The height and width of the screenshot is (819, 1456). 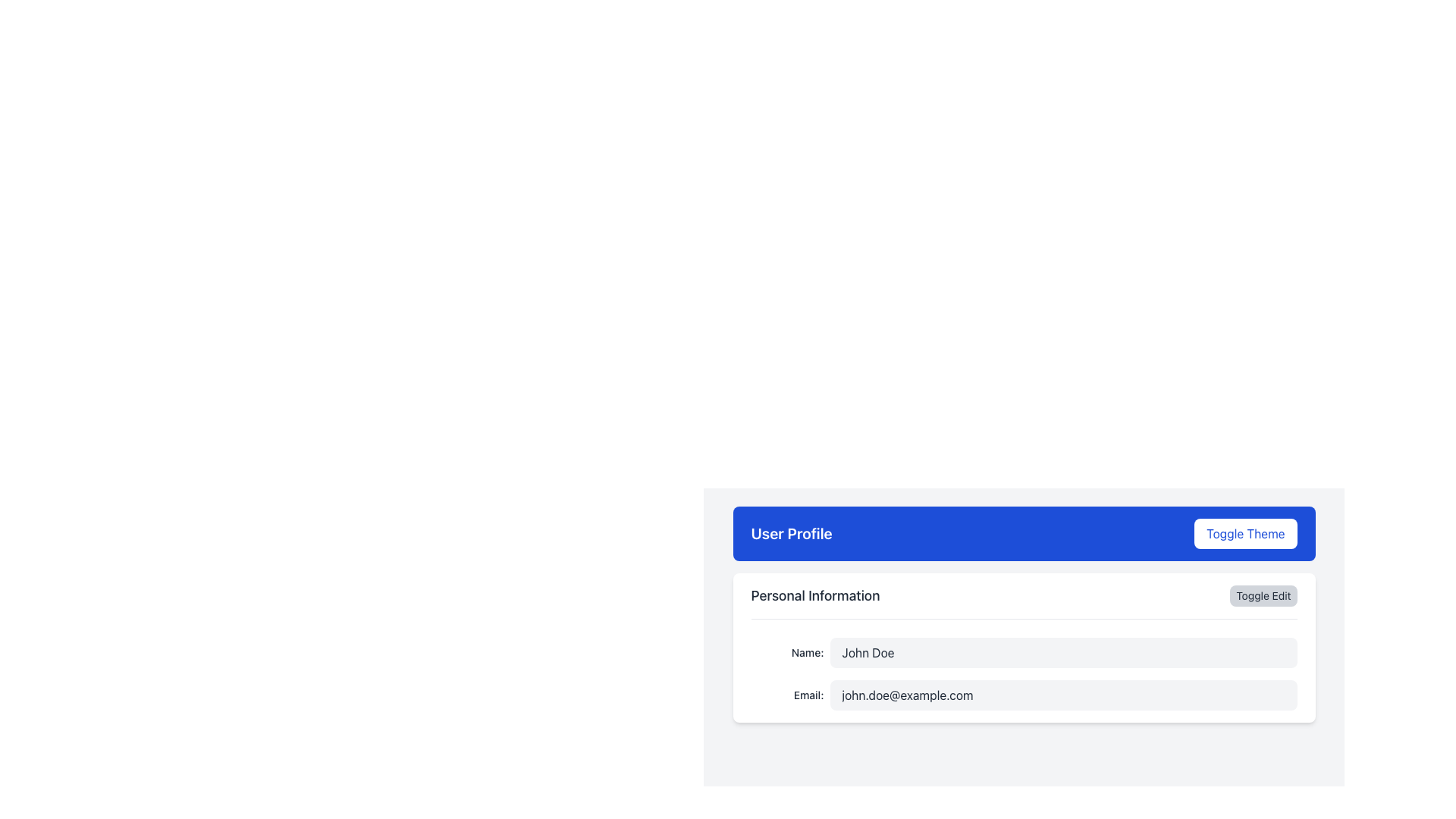 What do you see at coordinates (1024, 651) in the screenshot?
I see `the text input field for the user's name located in the 'Personal Information' section` at bounding box center [1024, 651].